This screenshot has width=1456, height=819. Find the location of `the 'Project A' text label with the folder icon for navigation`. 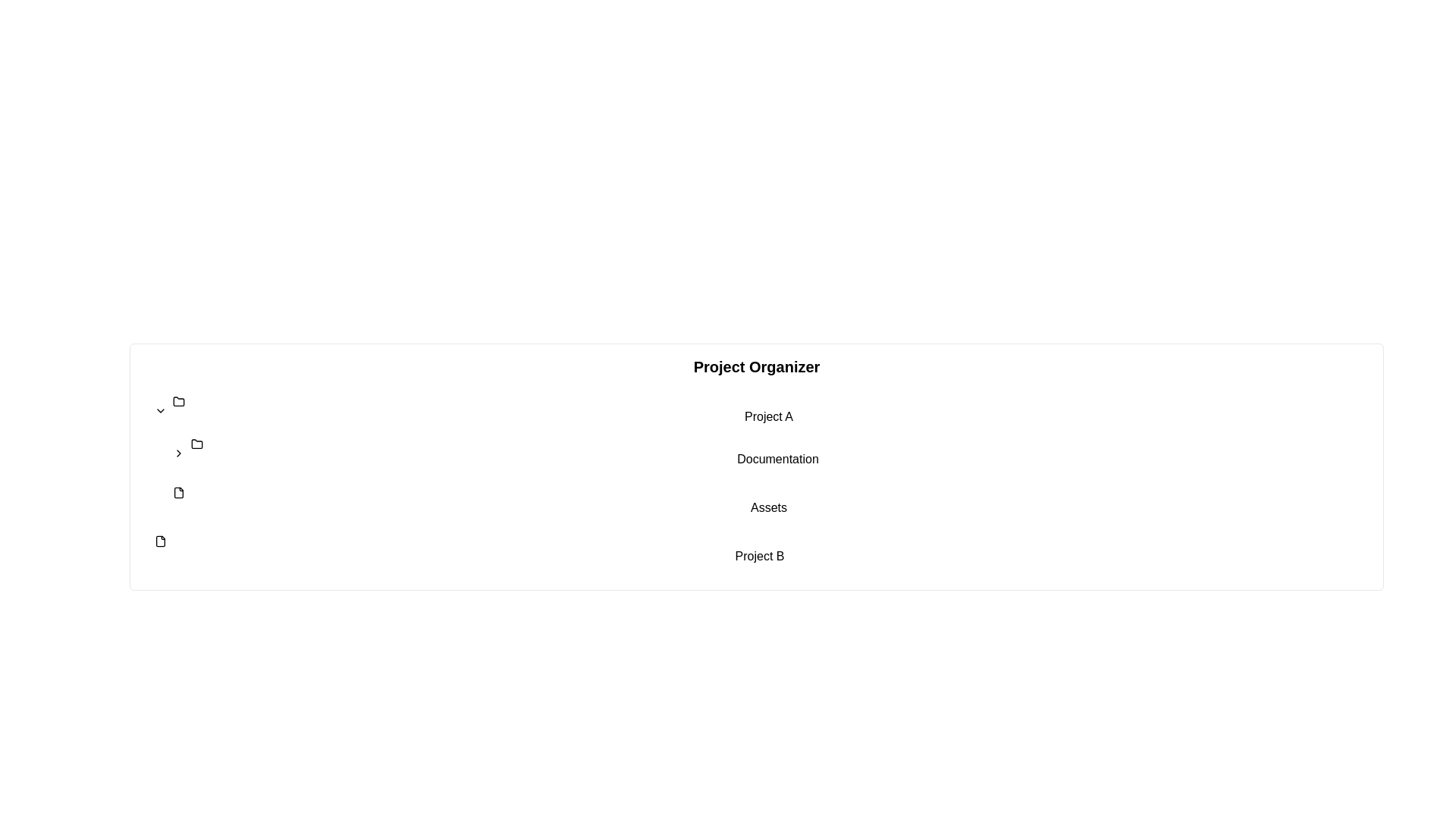

the 'Project A' text label with the folder icon for navigation is located at coordinates (768, 411).